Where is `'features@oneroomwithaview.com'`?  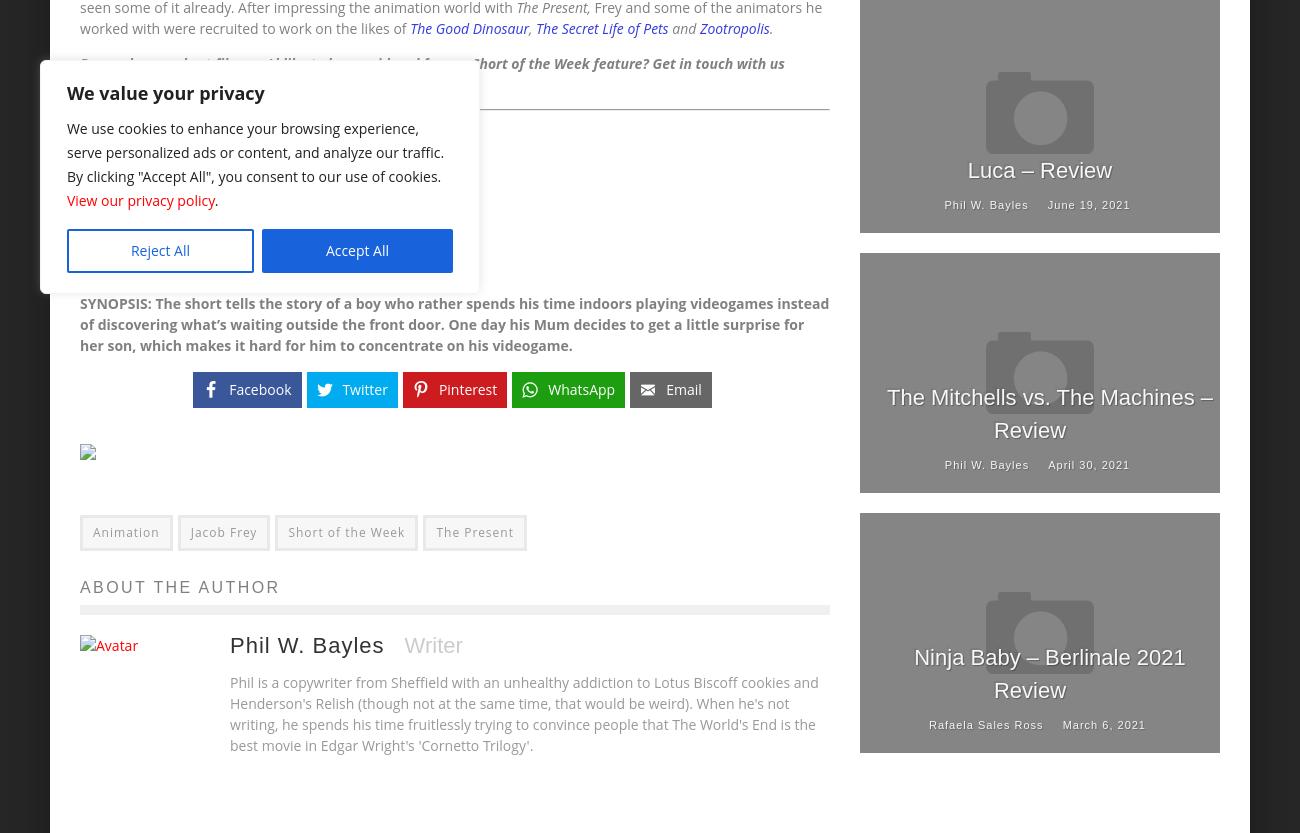
'features@oneroomwithaview.com' is located at coordinates (206, 83).